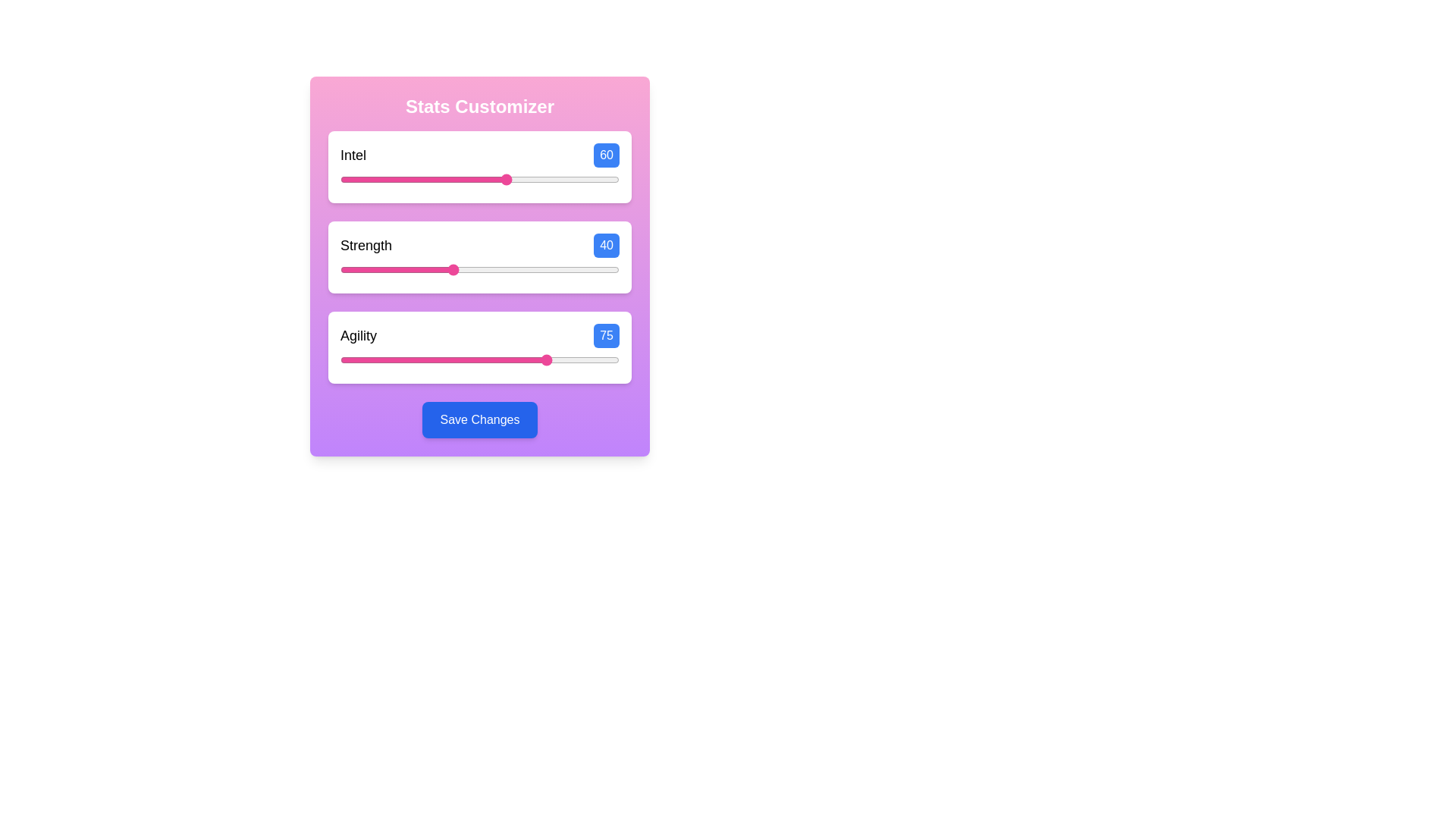  What do you see at coordinates (479, 268) in the screenshot?
I see `the Range Slider element located in the middle panel under the 'Strength' label, which adjusts the value from 0 to 100 and is adjacent to the blue-bordered box displaying '40'` at bounding box center [479, 268].